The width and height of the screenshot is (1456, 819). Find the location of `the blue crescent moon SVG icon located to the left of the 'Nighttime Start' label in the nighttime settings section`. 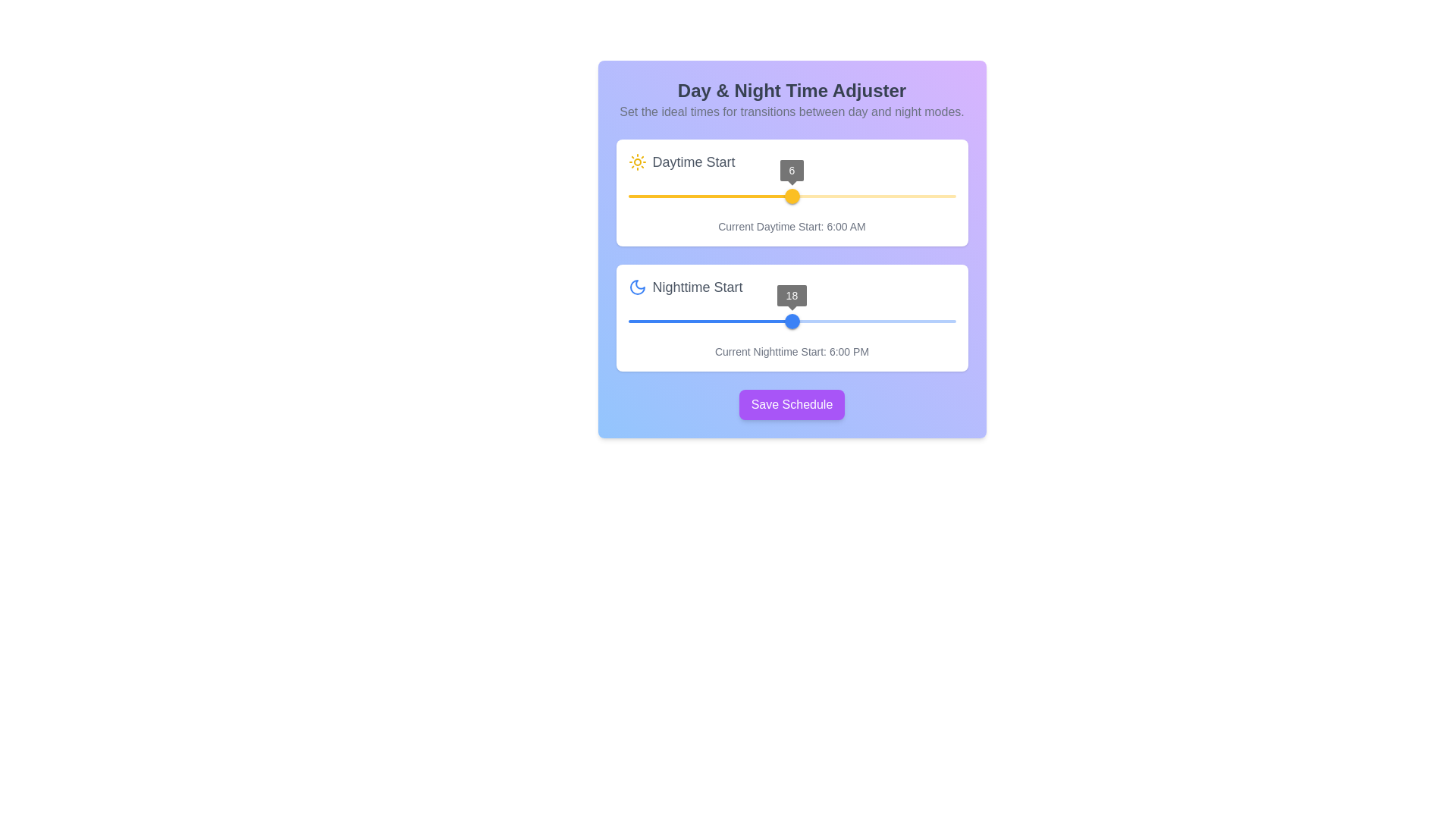

the blue crescent moon SVG icon located to the left of the 'Nighttime Start' label in the nighttime settings section is located at coordinates (637, 287).